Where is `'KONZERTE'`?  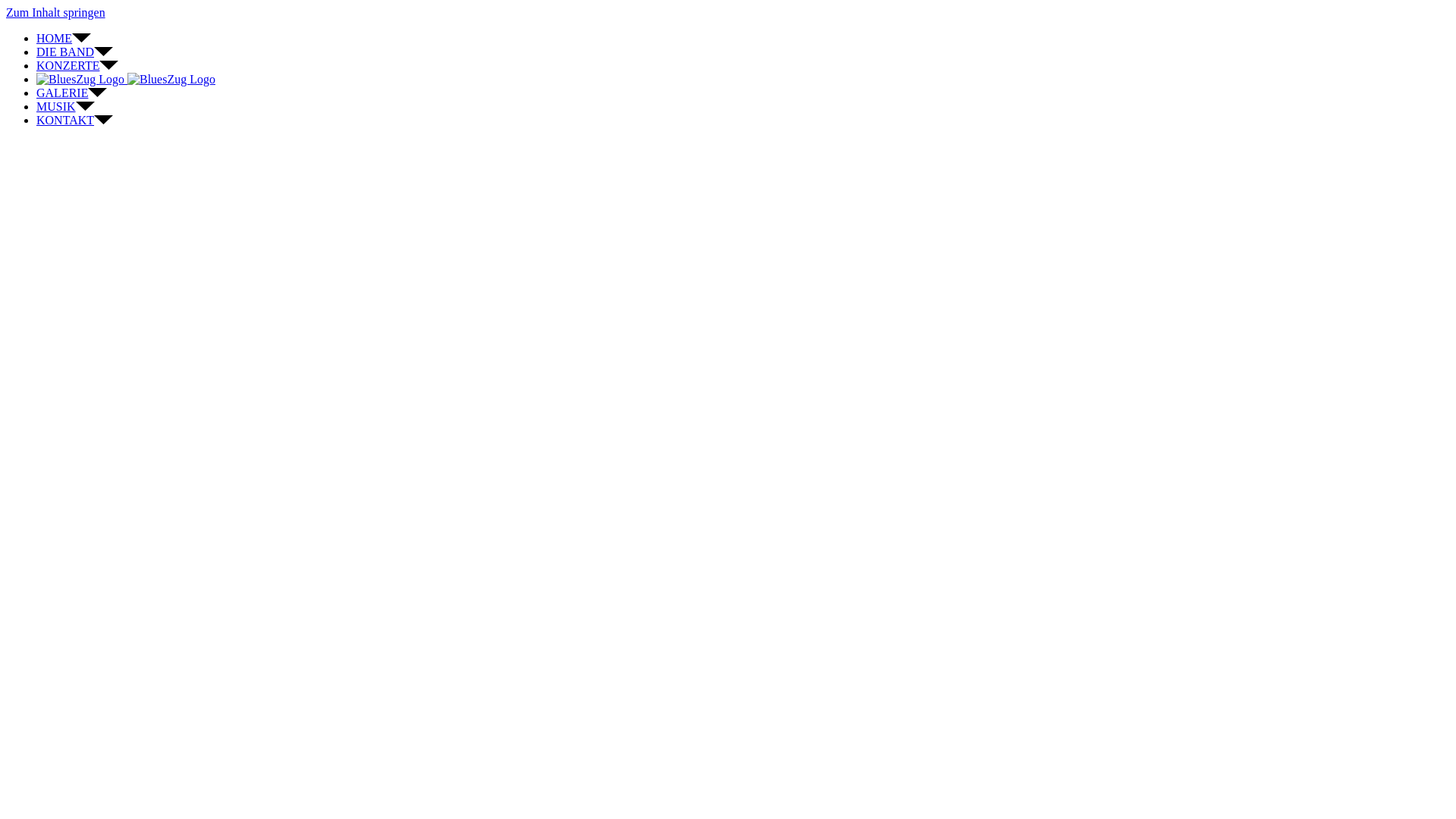 'KONZERTE' is located at coordinates (76, 64).